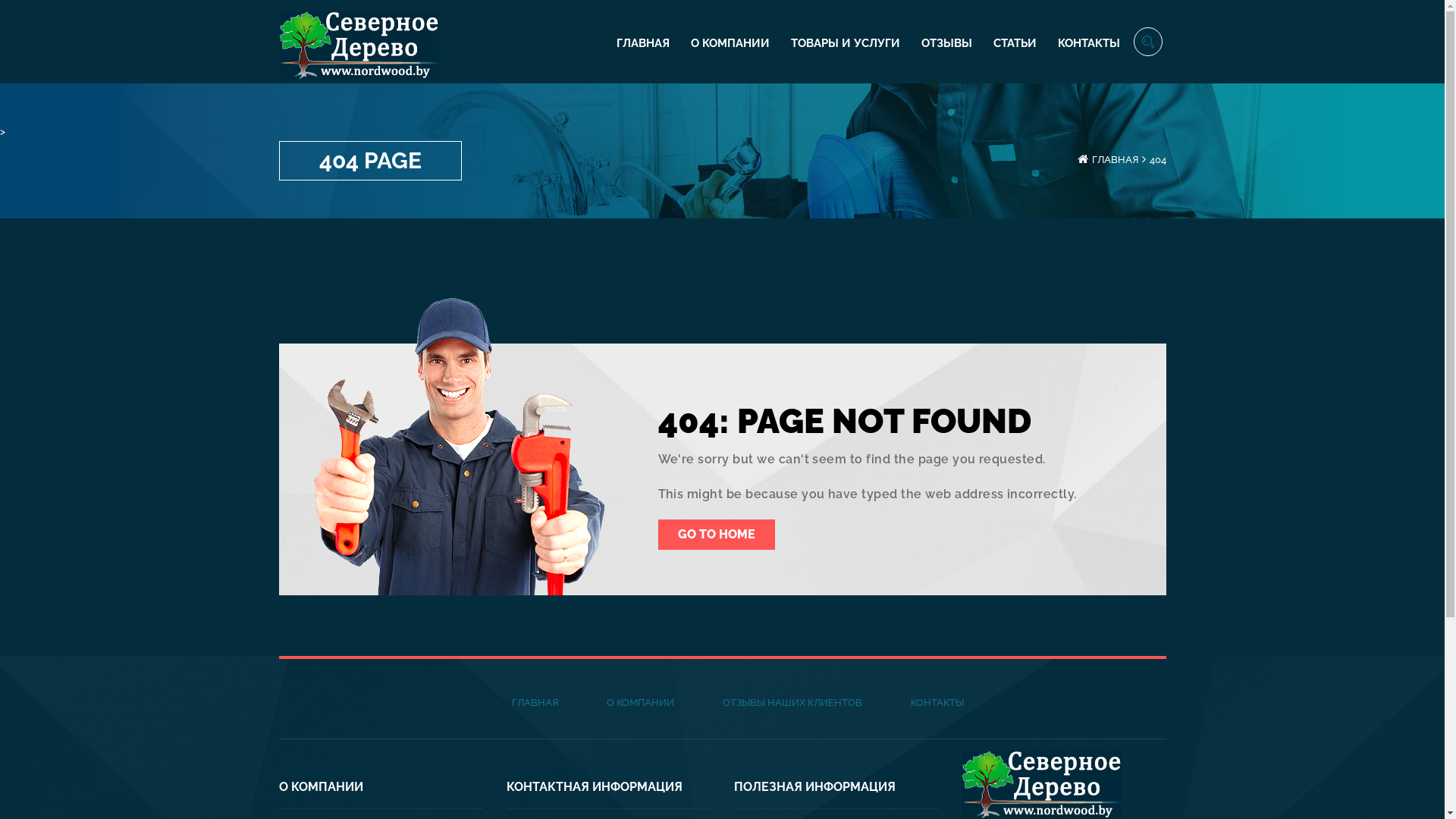 The height and width of the screenshot is (819, 1456). What do you see at coordinates (658, 534) in the screenshot?
I see `'GO TO HOME'` at bounding box center [658, 534].